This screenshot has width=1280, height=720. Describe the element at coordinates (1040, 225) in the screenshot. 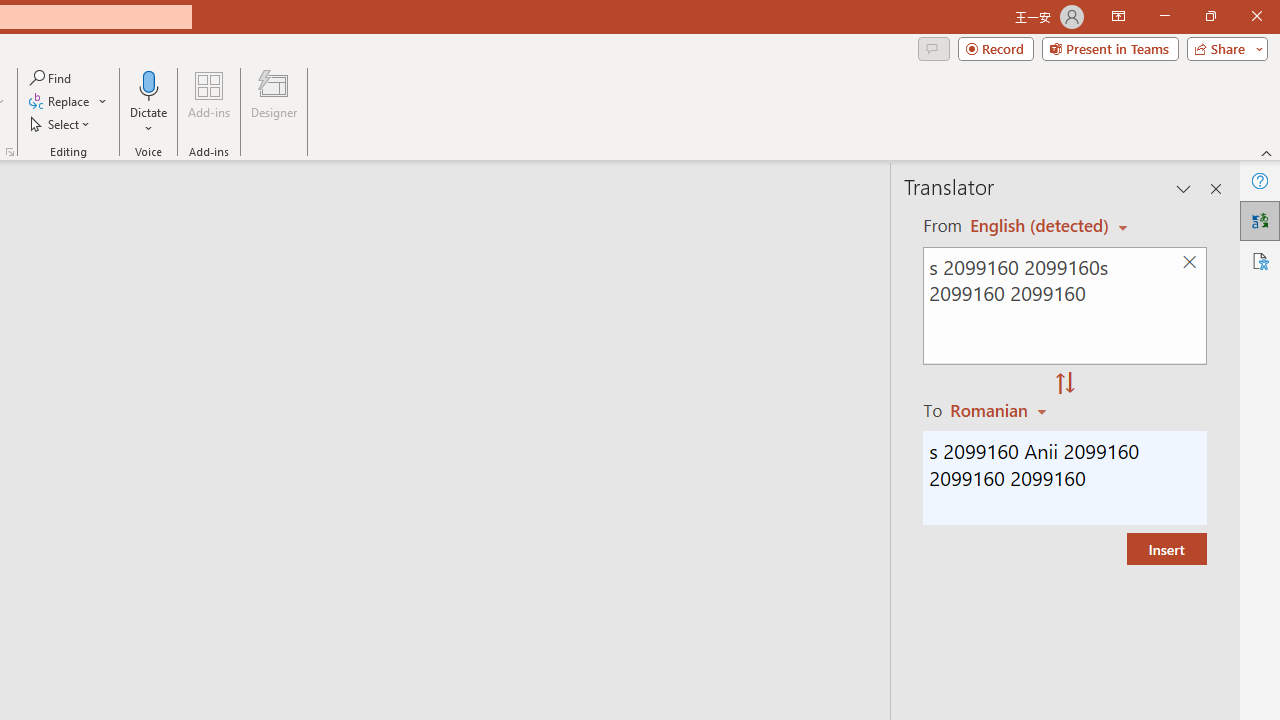

I see `'Czech (detected)'` at that location.